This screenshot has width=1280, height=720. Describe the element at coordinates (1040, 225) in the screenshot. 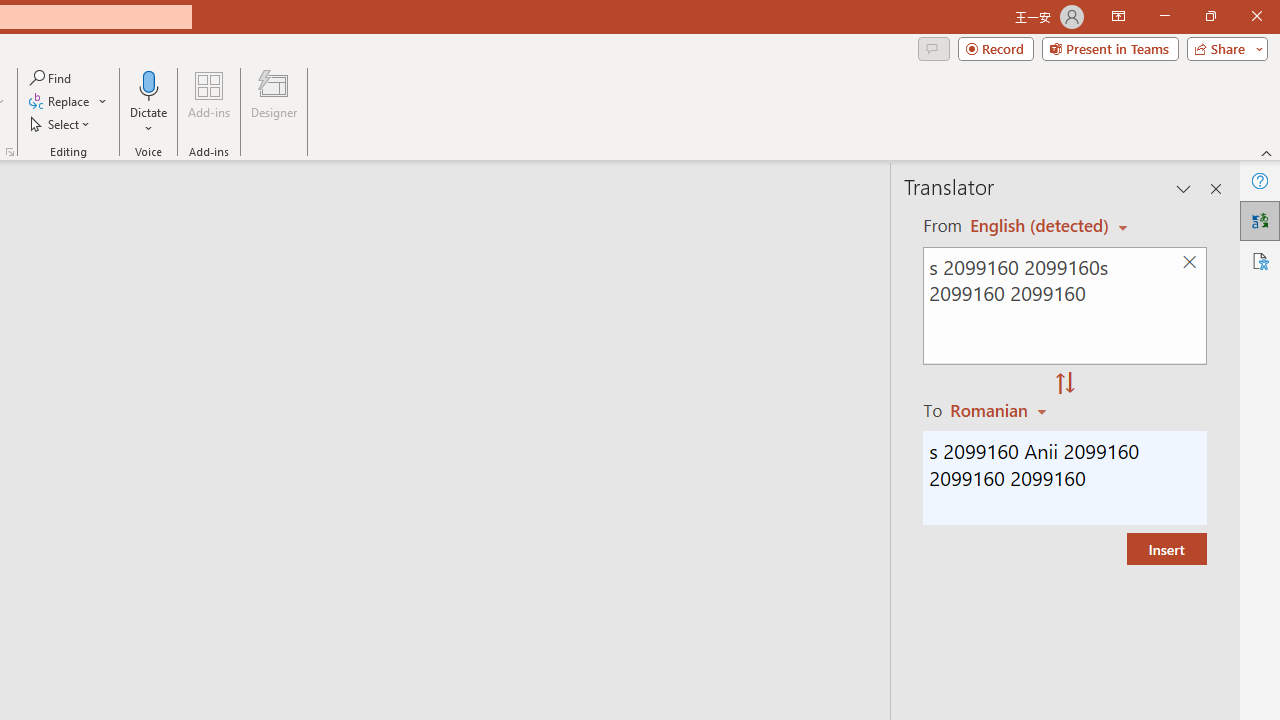

I see `'Czech (detected)'` at that location.